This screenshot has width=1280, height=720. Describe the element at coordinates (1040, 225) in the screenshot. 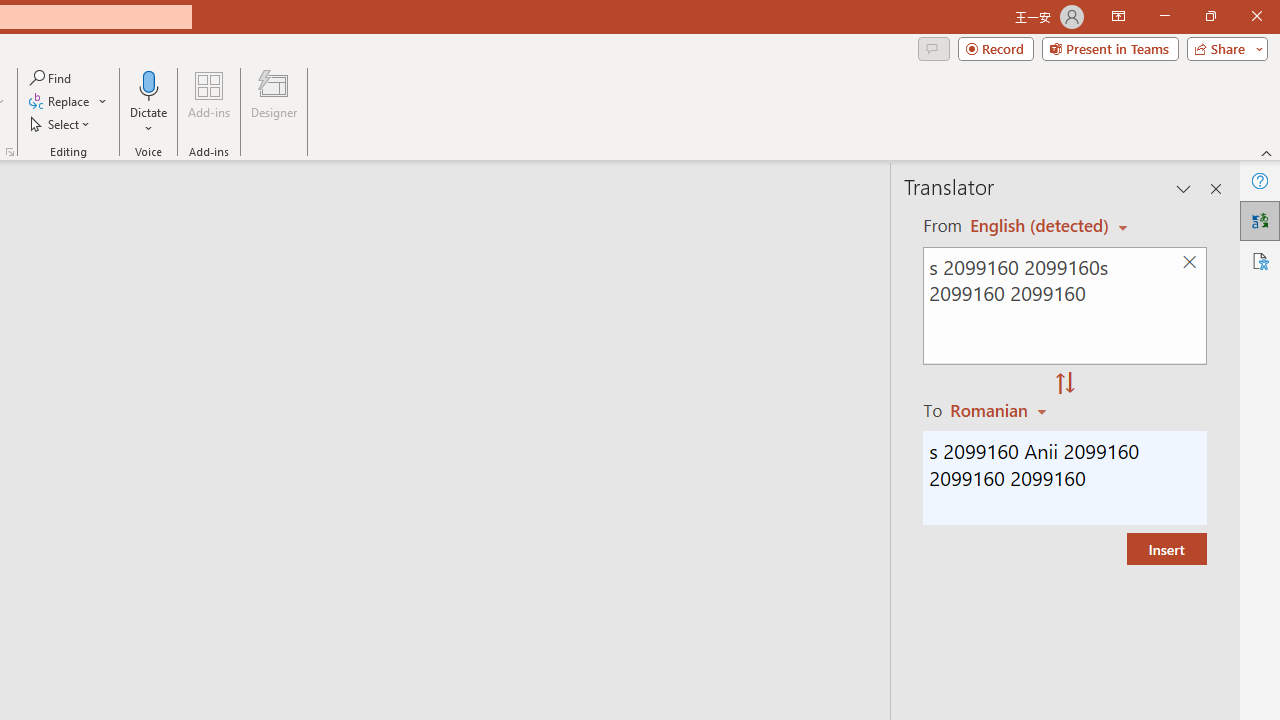

I see `'Czech (detected)'` at that location.